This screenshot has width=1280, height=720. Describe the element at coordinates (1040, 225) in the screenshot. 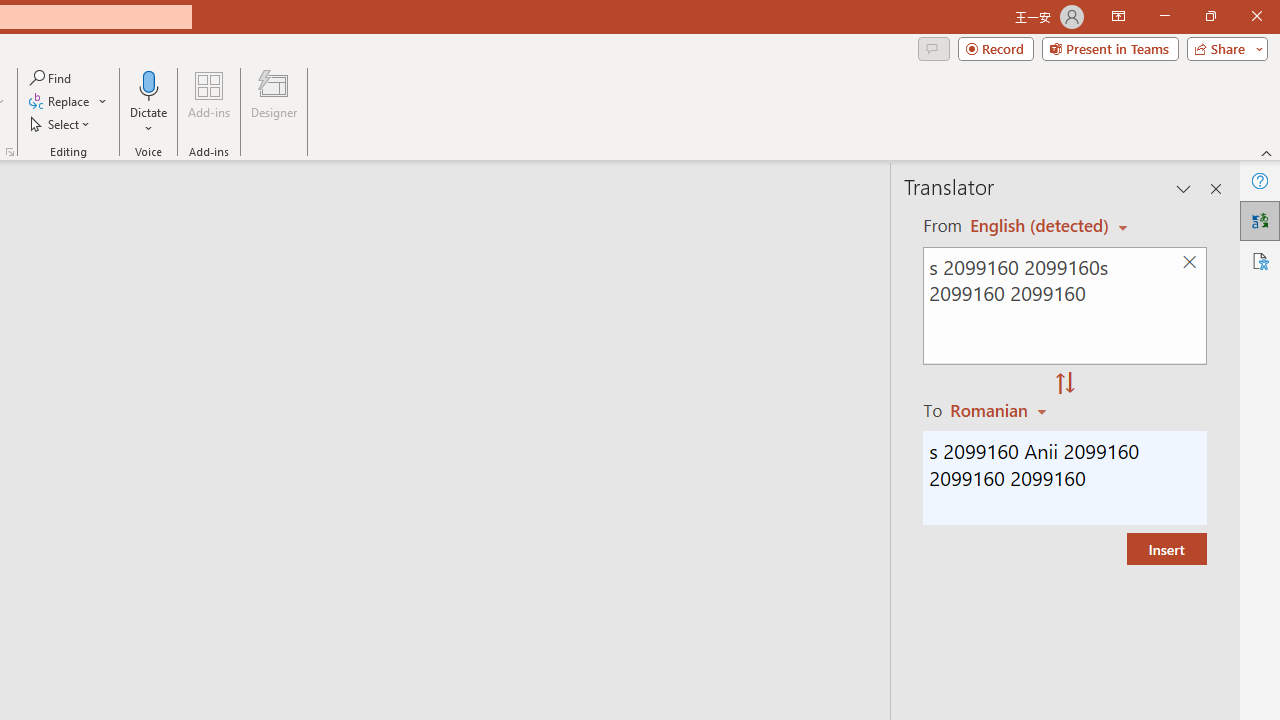

I see `'Czech (detected)'` at that location.